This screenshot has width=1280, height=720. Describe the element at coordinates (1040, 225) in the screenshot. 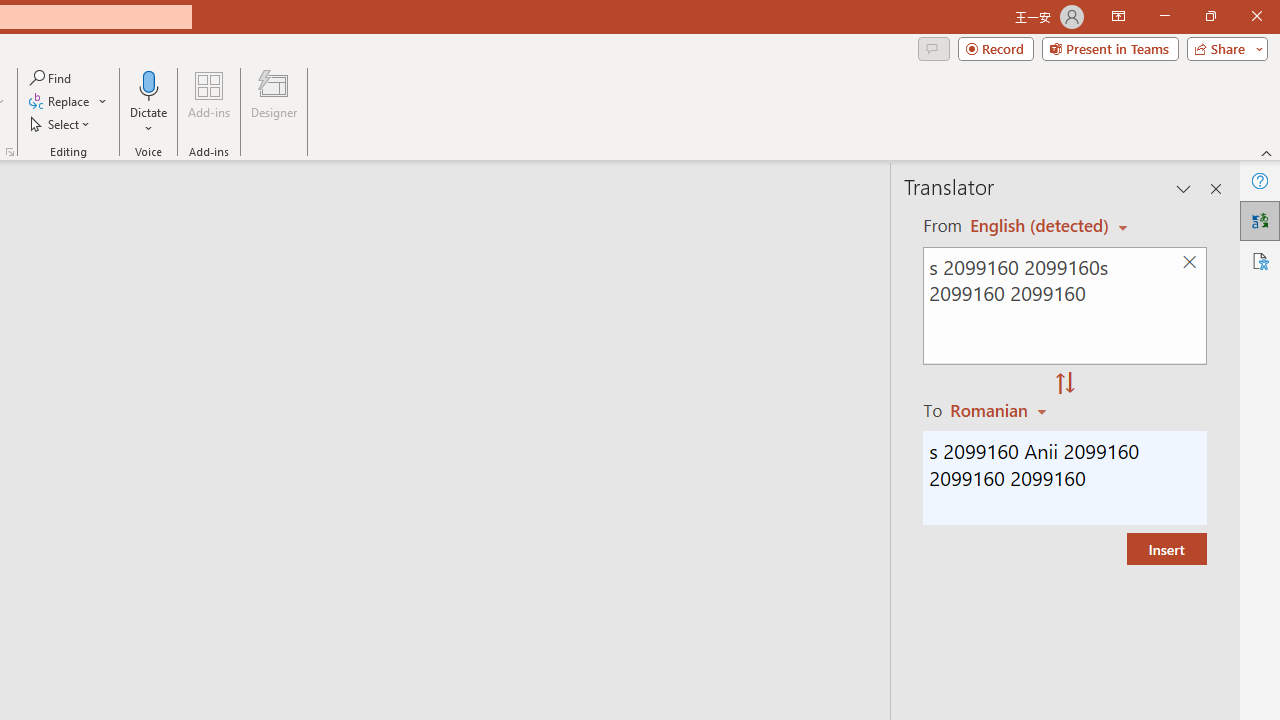

I see `'Czech (detected)'` at that location.